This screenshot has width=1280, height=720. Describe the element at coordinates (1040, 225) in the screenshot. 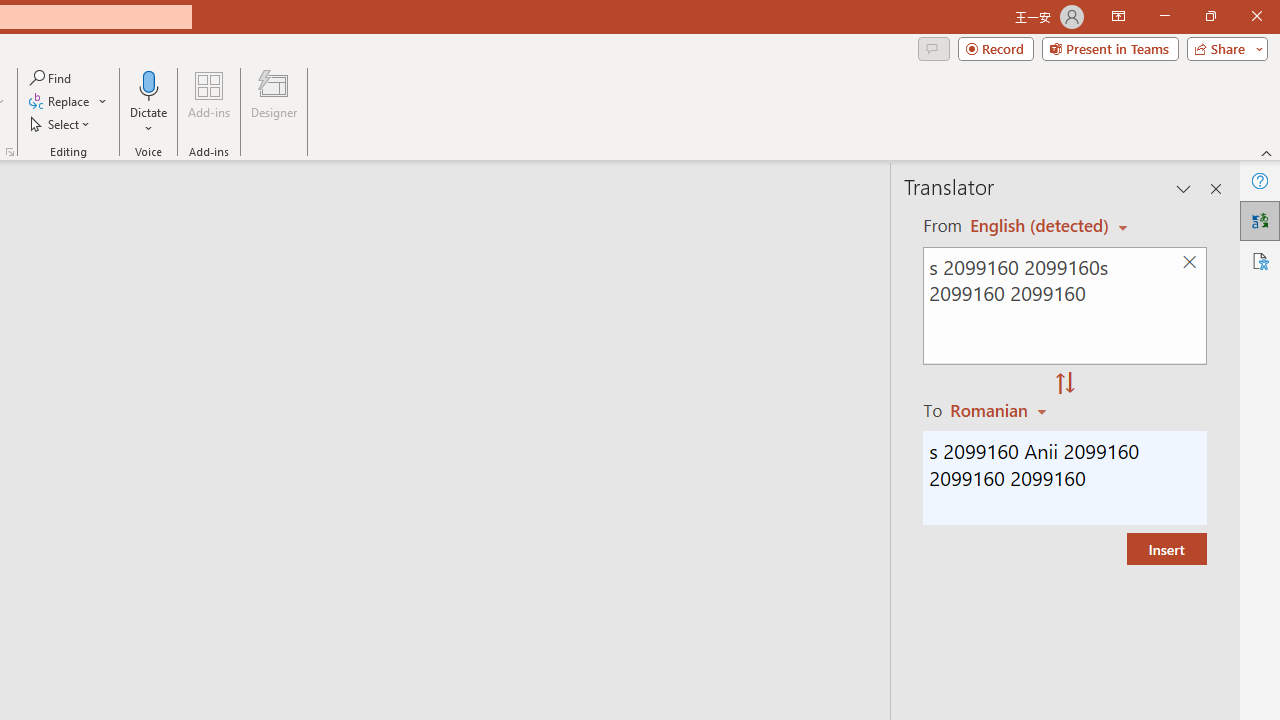

I see `'Czech (detected)'` at that location.